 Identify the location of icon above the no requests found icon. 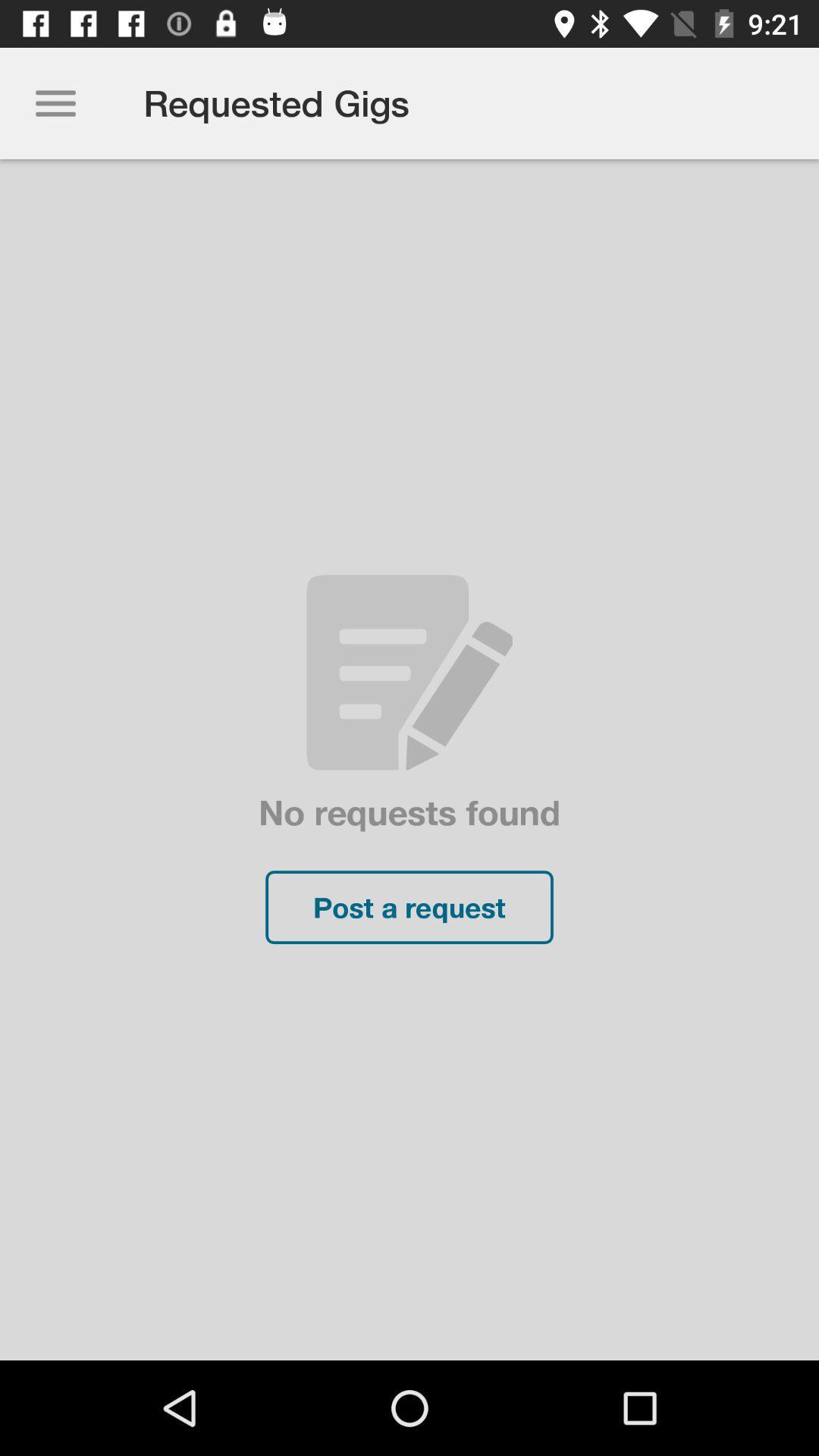
(55, 102).